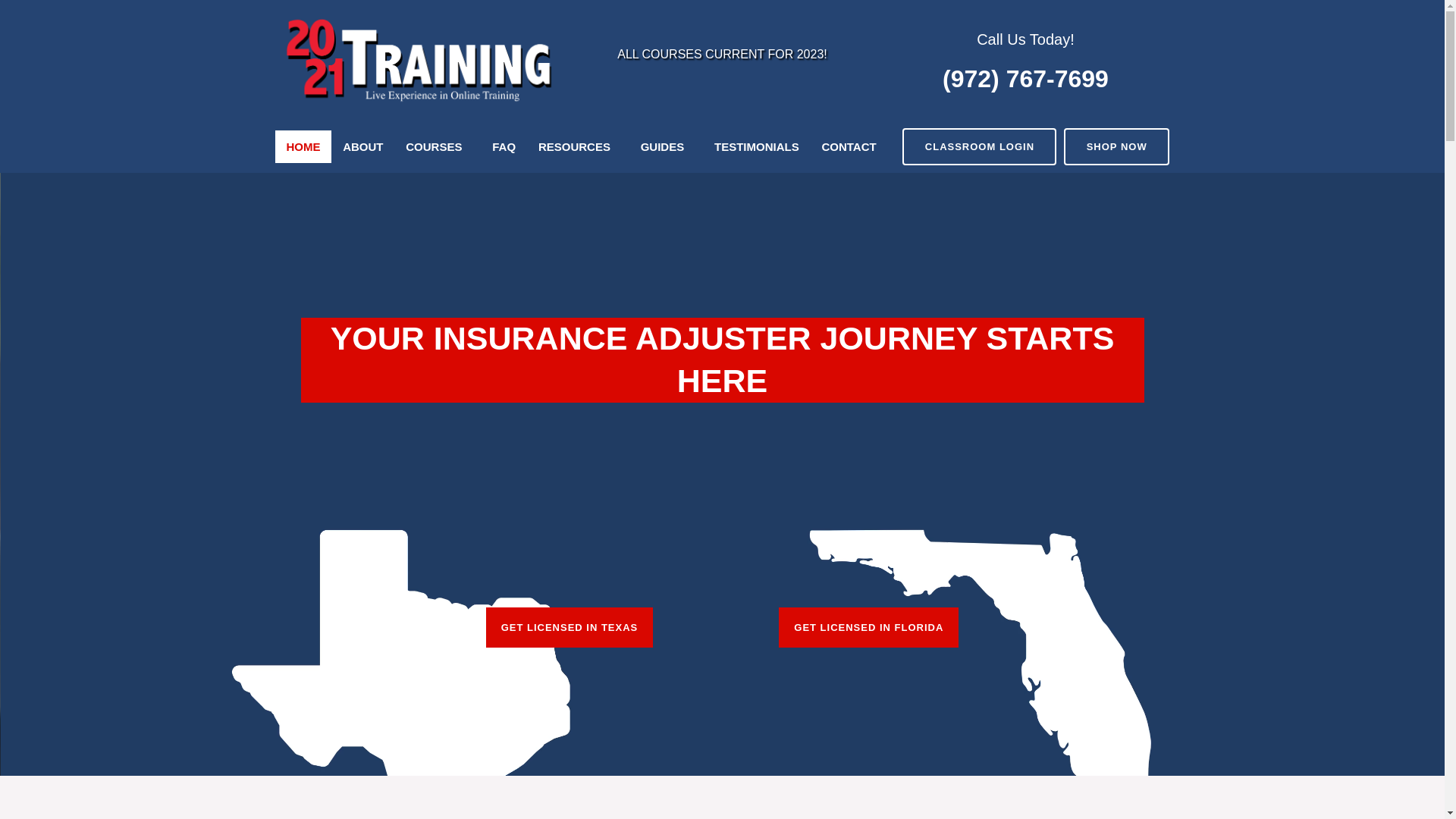 This screenshot has width=1456, height=819. I want to click on 'RESOURCES', so click(577, 146).